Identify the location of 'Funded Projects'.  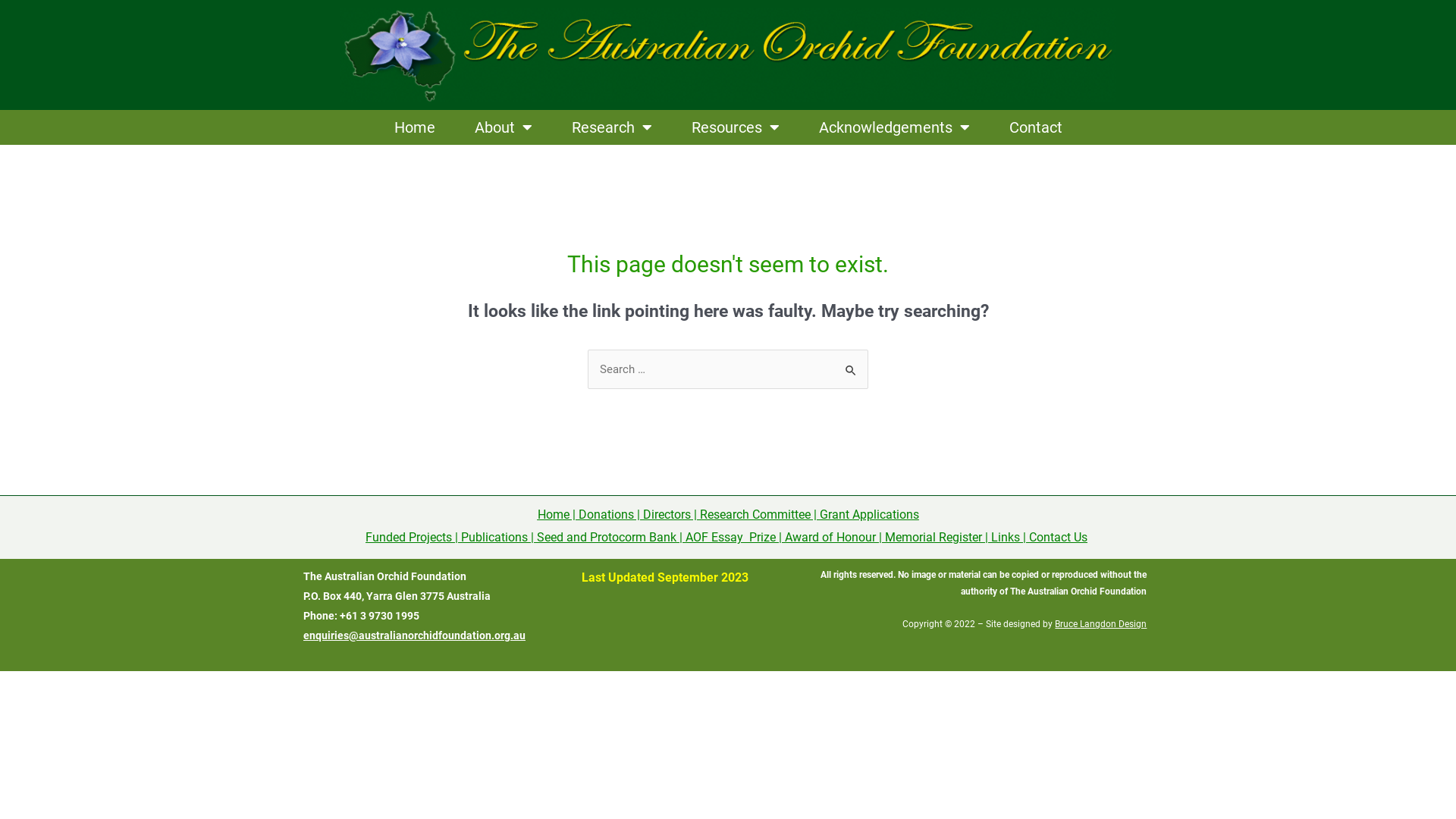
(408, 536).